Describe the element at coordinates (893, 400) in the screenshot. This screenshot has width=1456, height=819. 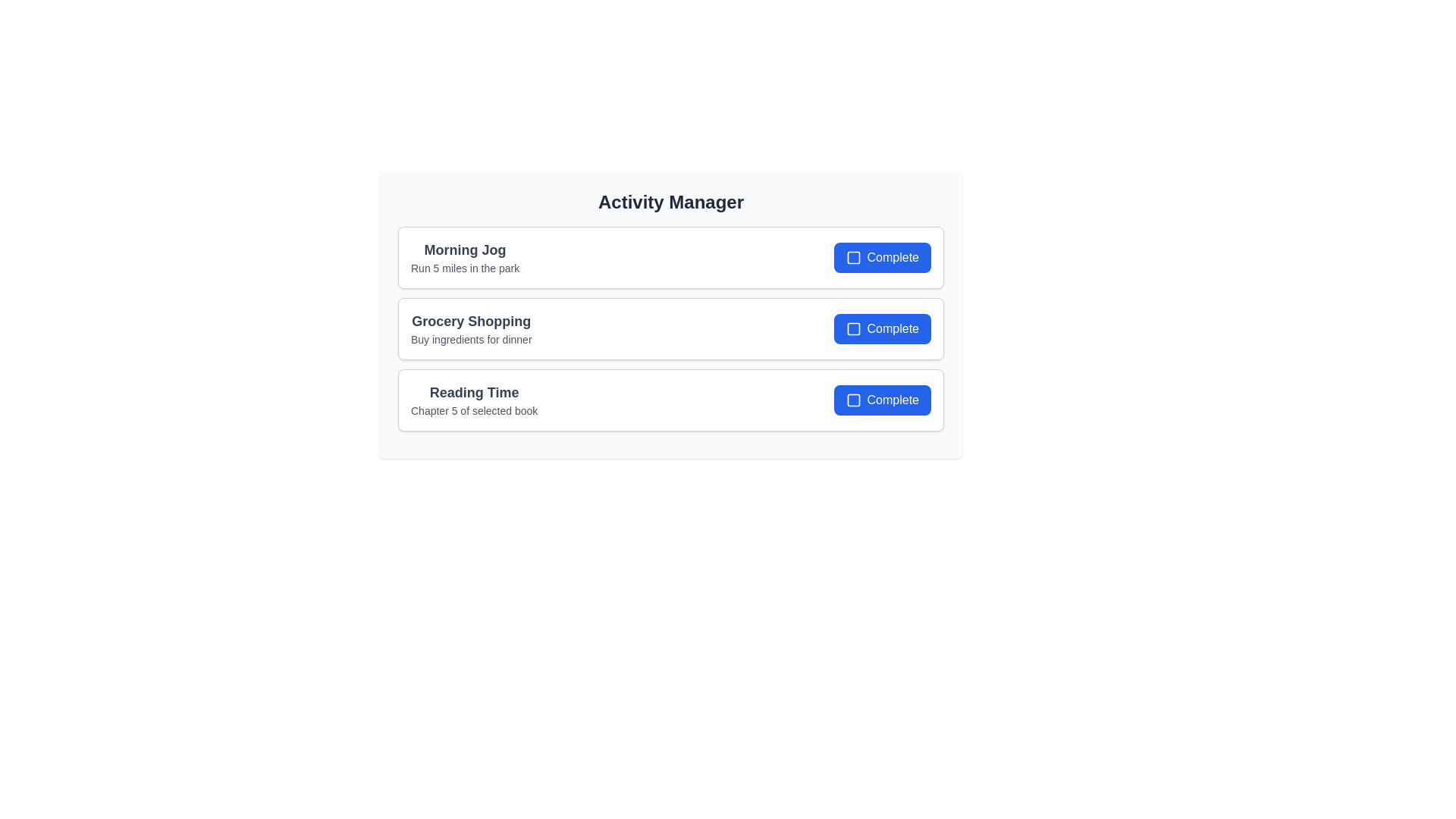
I see `the 'Complete' text of the button in the third row` at that location.